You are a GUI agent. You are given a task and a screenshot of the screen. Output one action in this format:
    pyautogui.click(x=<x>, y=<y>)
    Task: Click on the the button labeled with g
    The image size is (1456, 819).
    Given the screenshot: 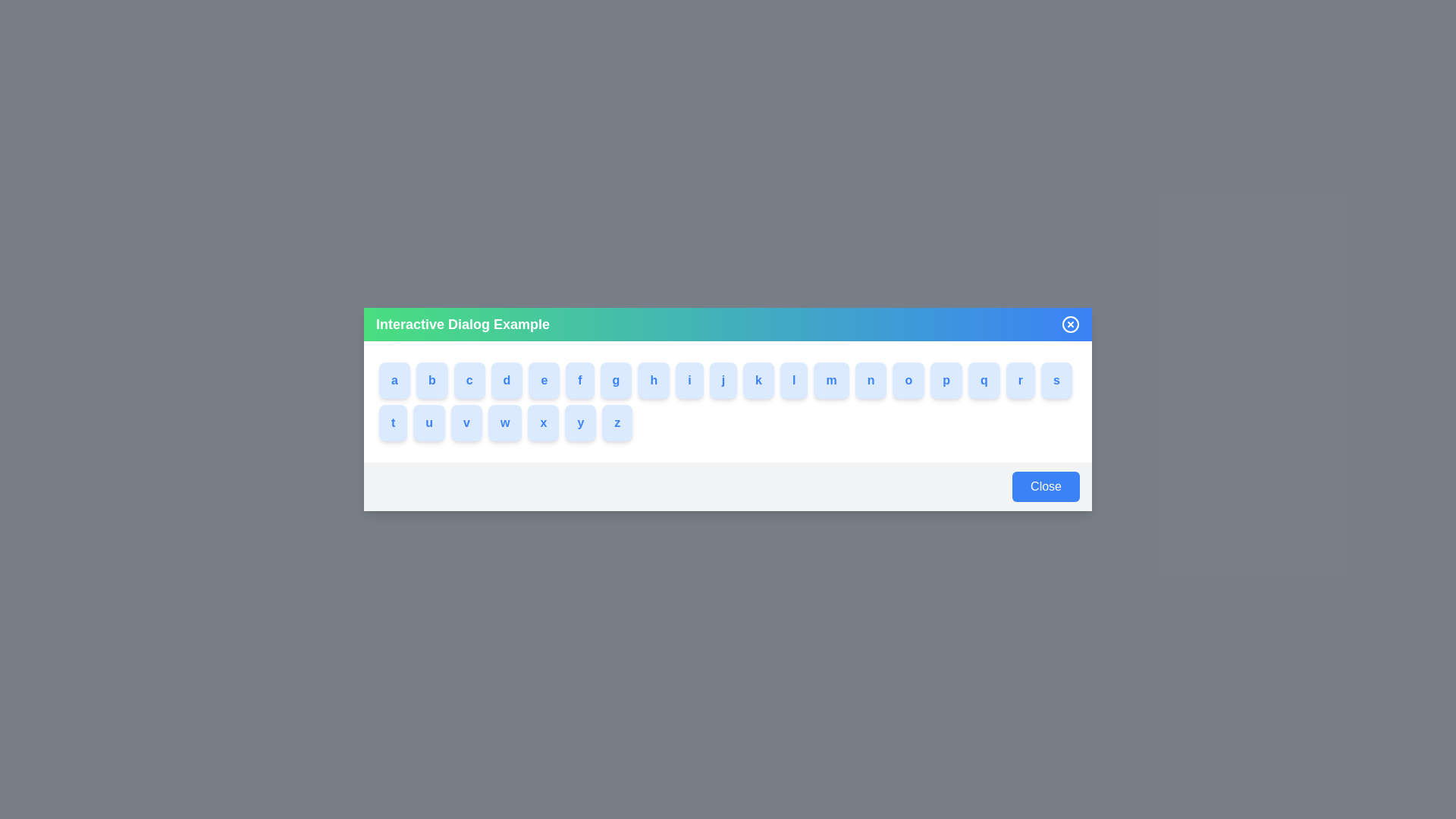 What is the action you would take?
    pyautogui.click(x=622, y=379)
    